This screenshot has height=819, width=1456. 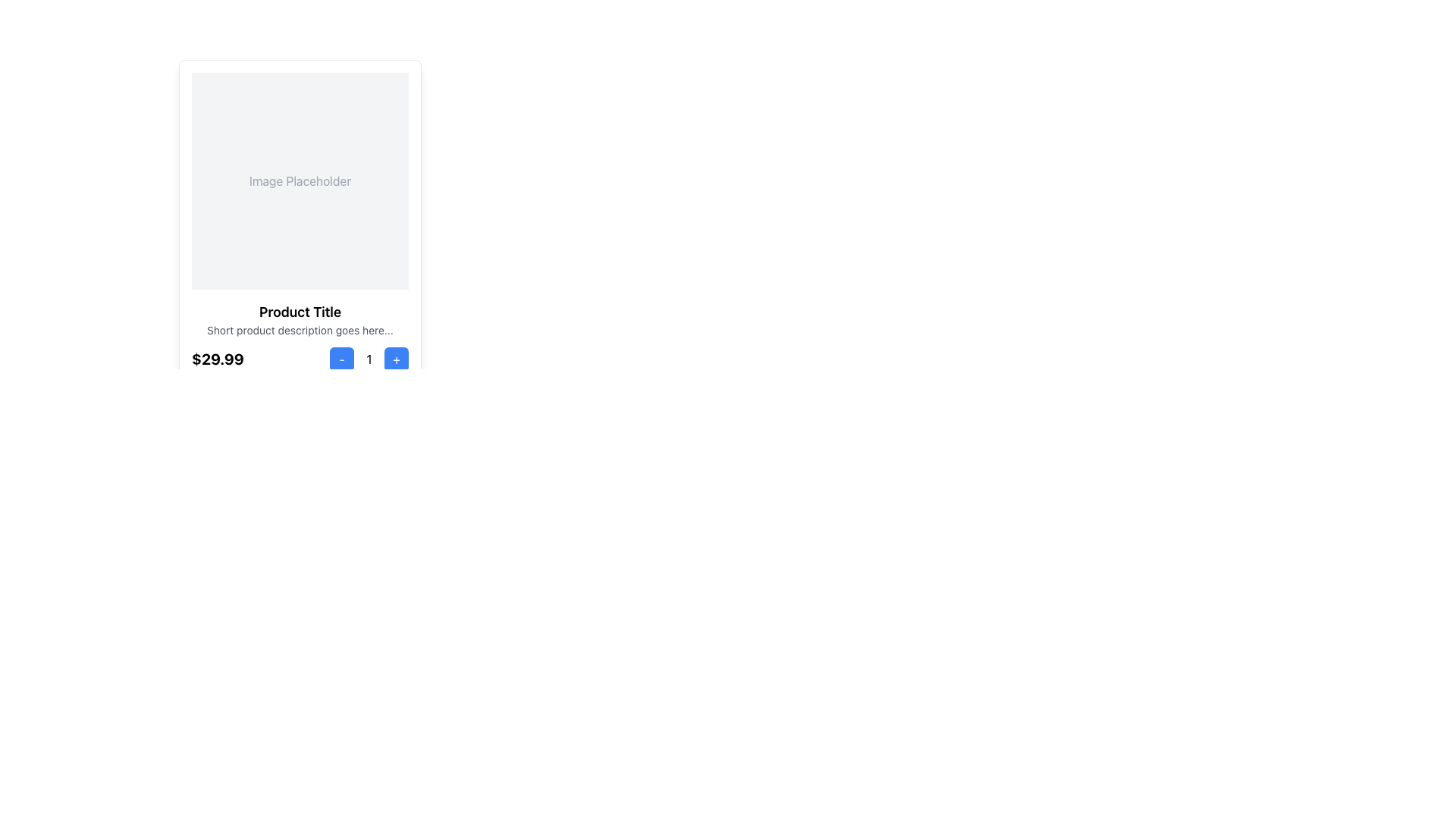 What do you see at coordinates (300, 318) in the screenshot?
I see `the text block displaying 'Product Title' and 'Short product description goes here...' located below the image placeholder` at bounding box center [300, 318].